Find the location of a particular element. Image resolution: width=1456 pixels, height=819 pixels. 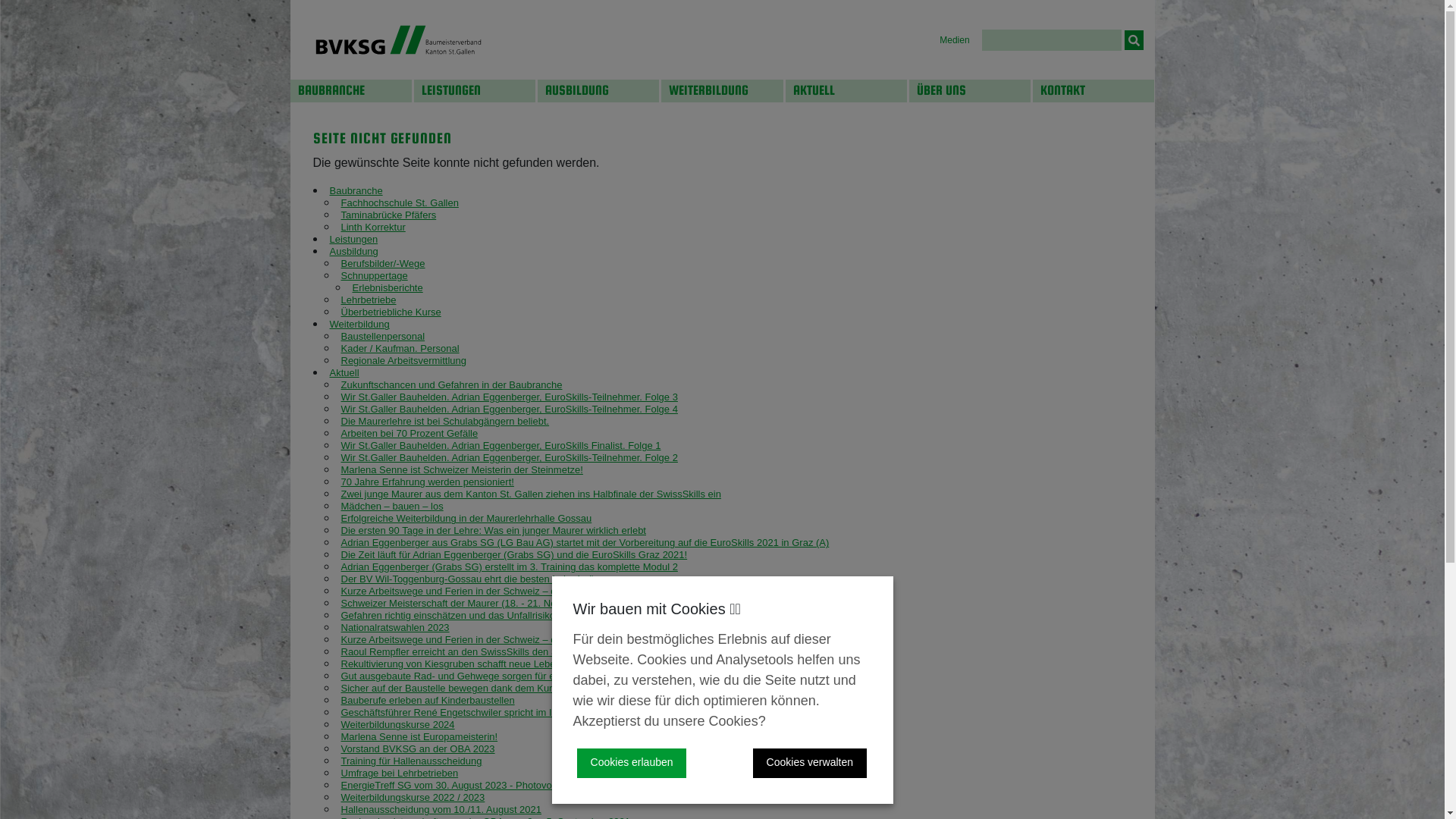

'Weiterbildungskurse 2024' is located at coordinates (397, 723).